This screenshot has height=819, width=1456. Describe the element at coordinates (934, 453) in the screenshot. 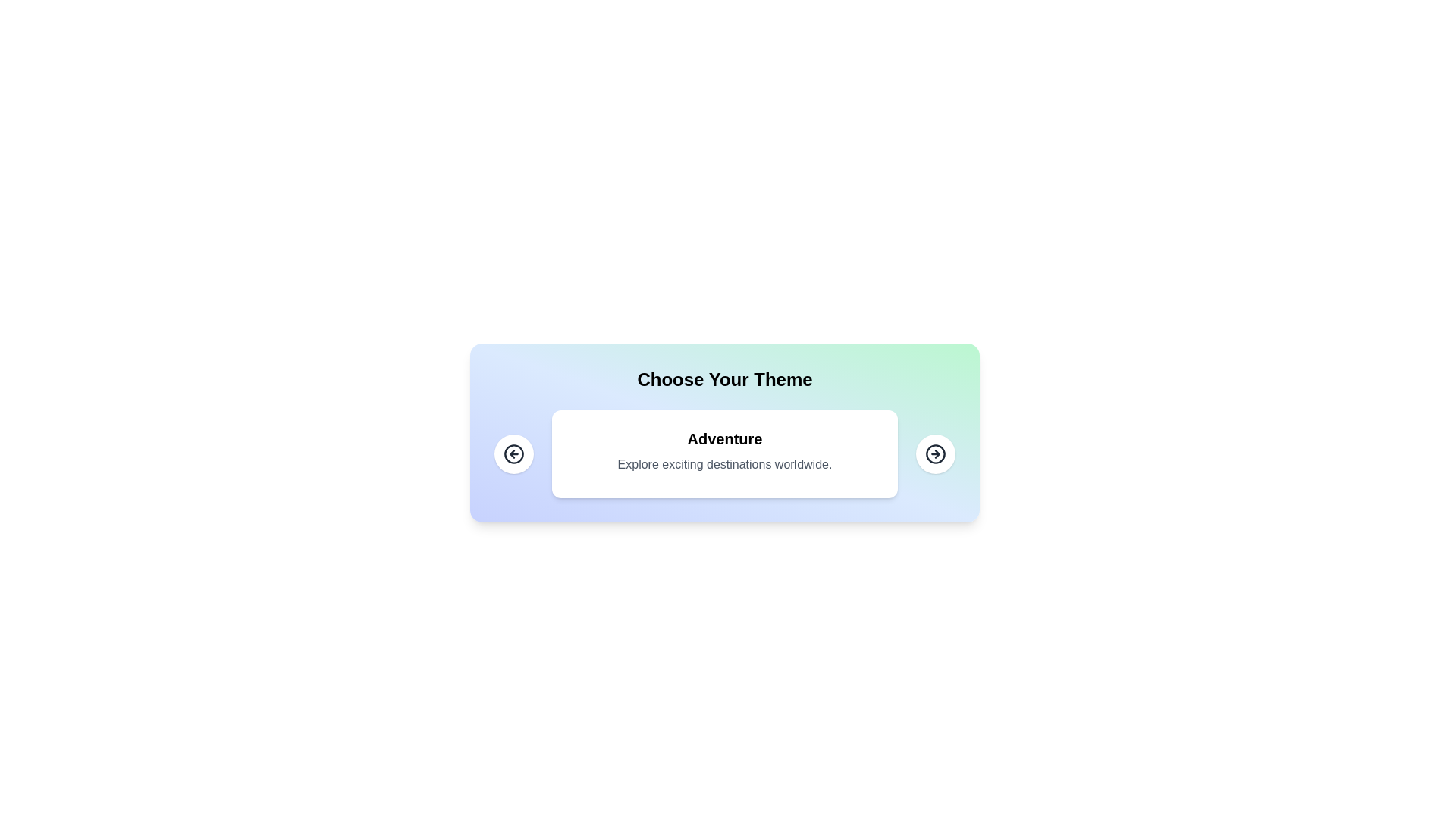

I see `the right arrow button to navigate to the next card` at that location.